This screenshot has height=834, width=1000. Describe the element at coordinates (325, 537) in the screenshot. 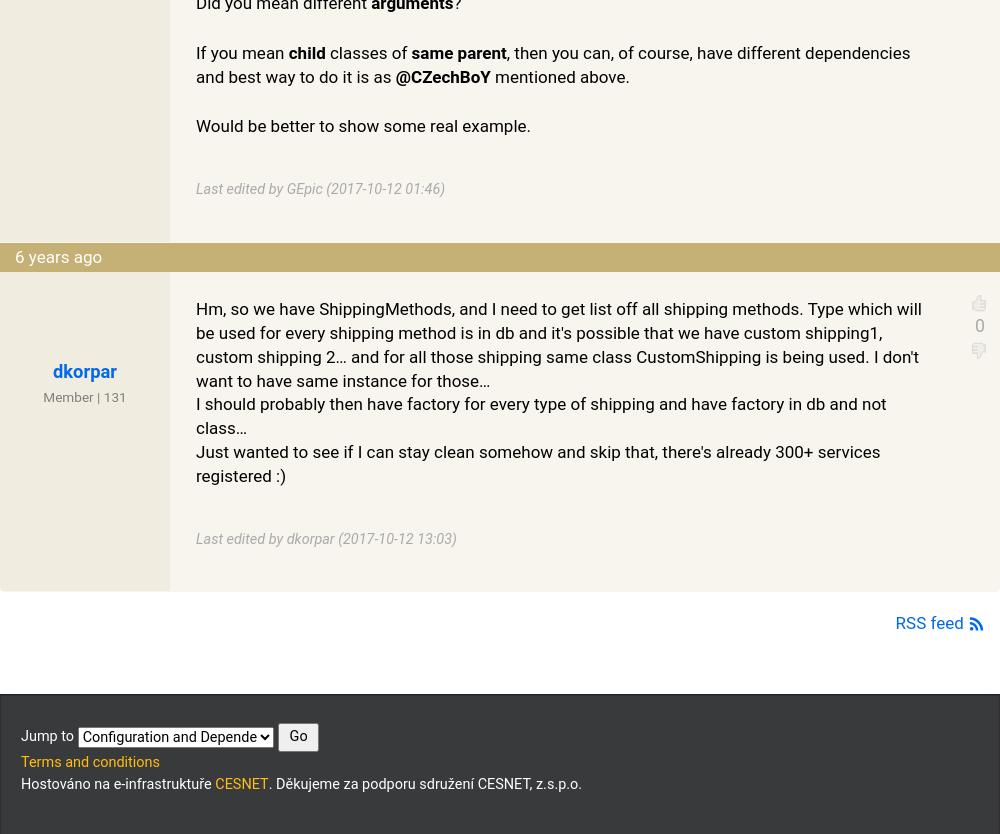

I see `'Last edited by dkorpar (2017-10-12 13:03)'` at that location.